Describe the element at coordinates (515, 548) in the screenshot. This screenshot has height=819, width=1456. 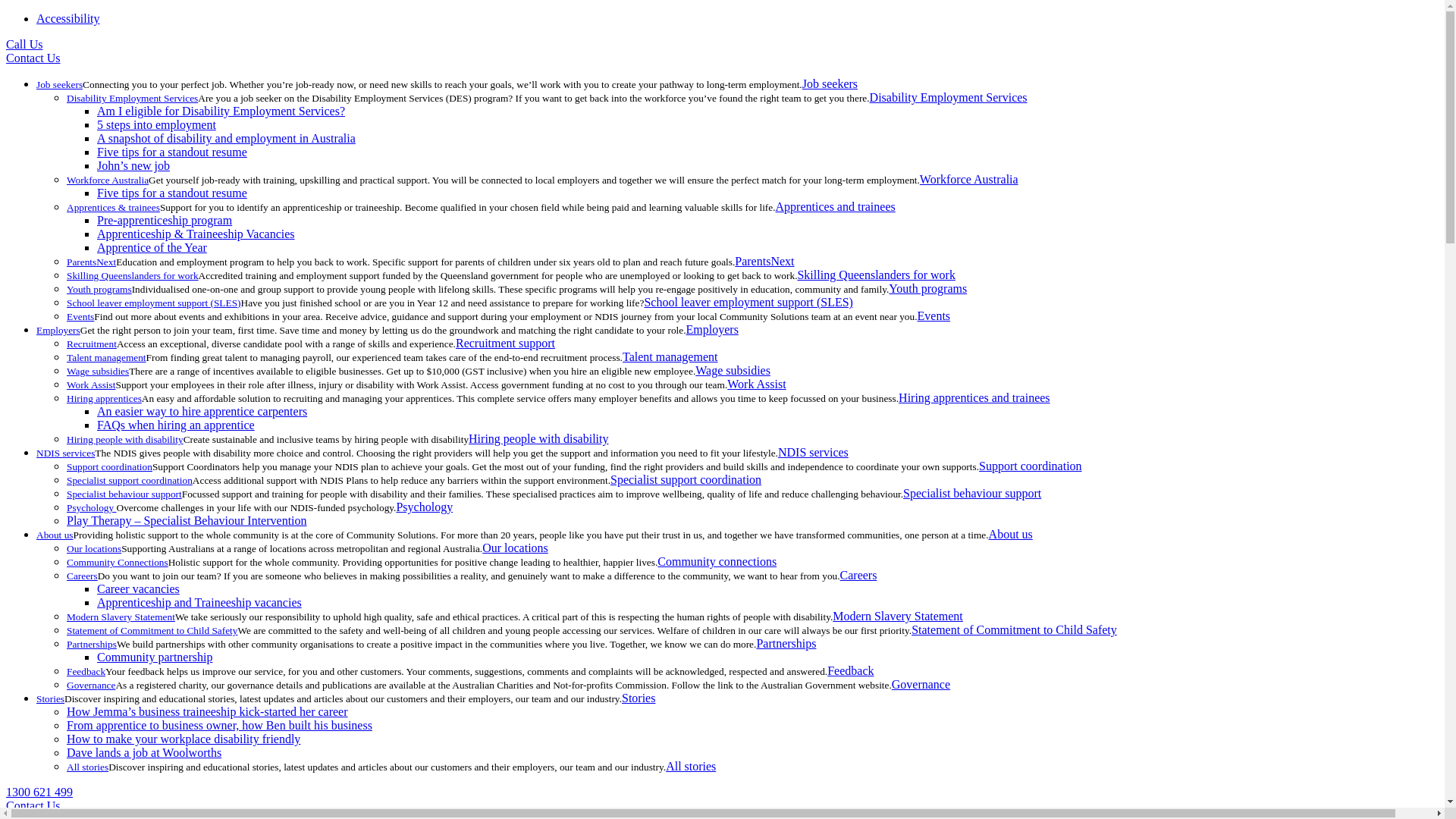
I see `'Our locations'` at that location.